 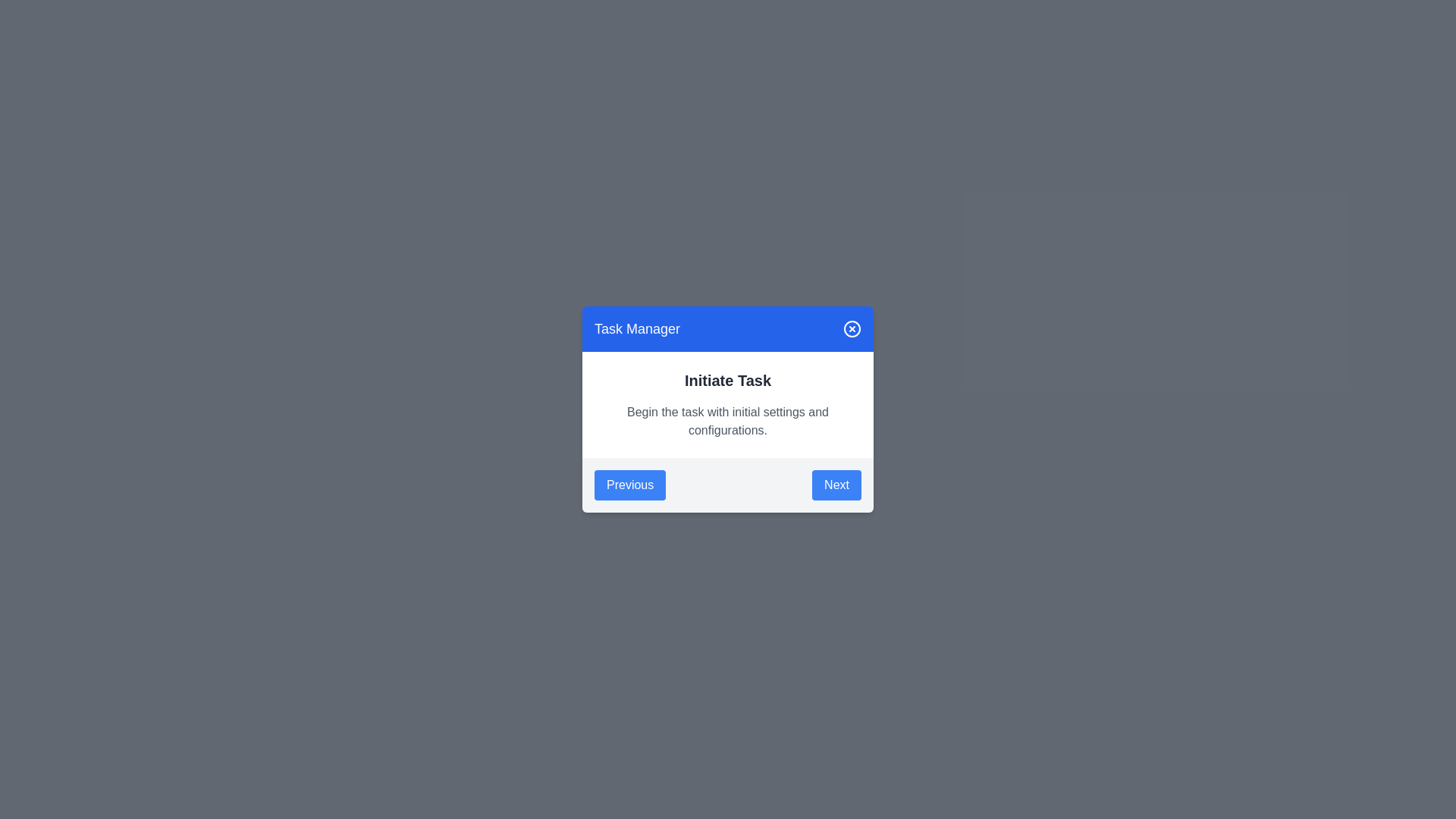 What do you see at coordinates (630, 485) in the screenshot?
I see `the Previous button to navigate between tasks` at bounding box center [630, 485].